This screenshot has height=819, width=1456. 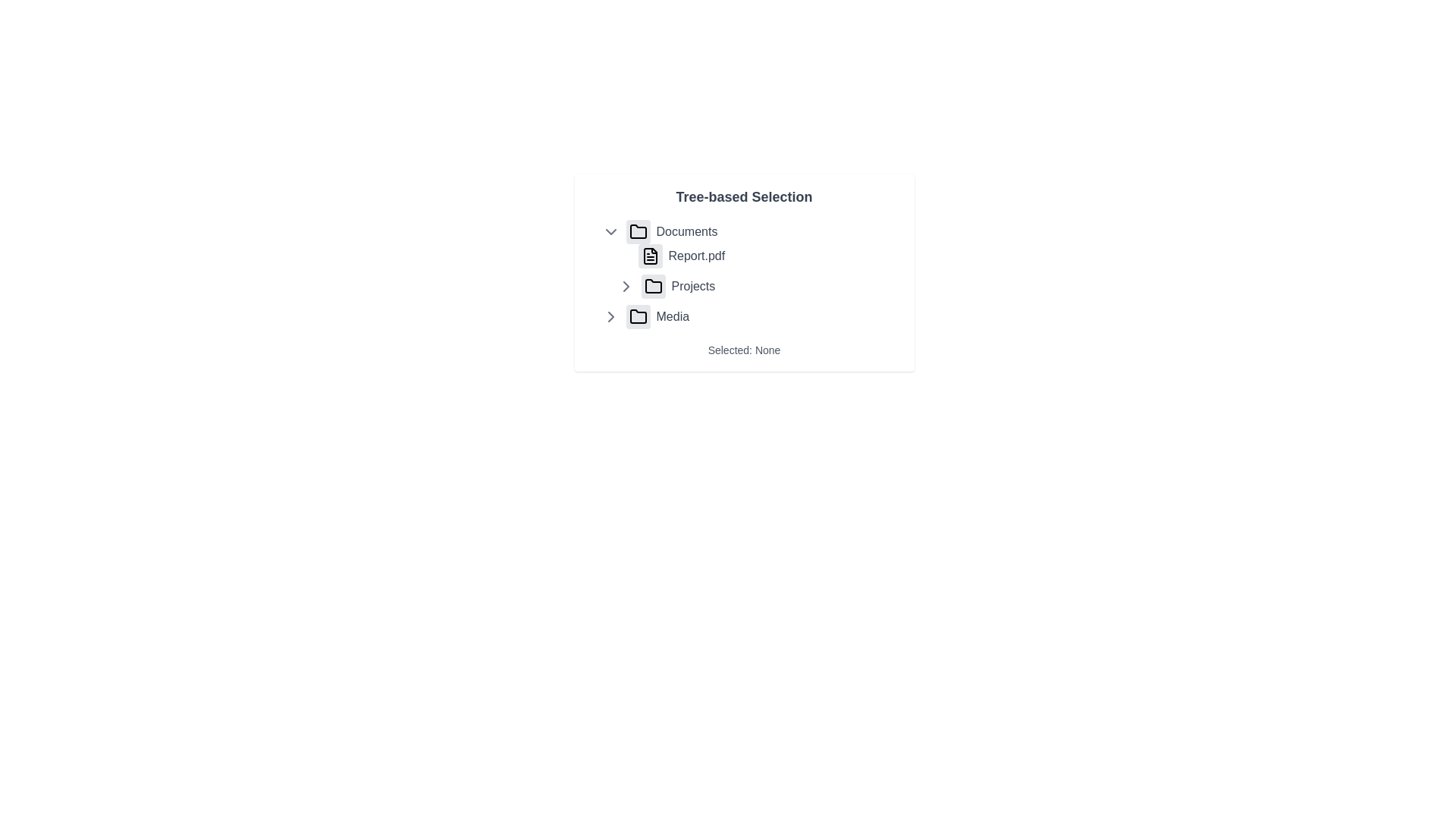 What do you see at coordinates (638, 231) in the screenshot?
I see `the folder icon representing the 'Documents' directory` at bounding box center [638, 231].